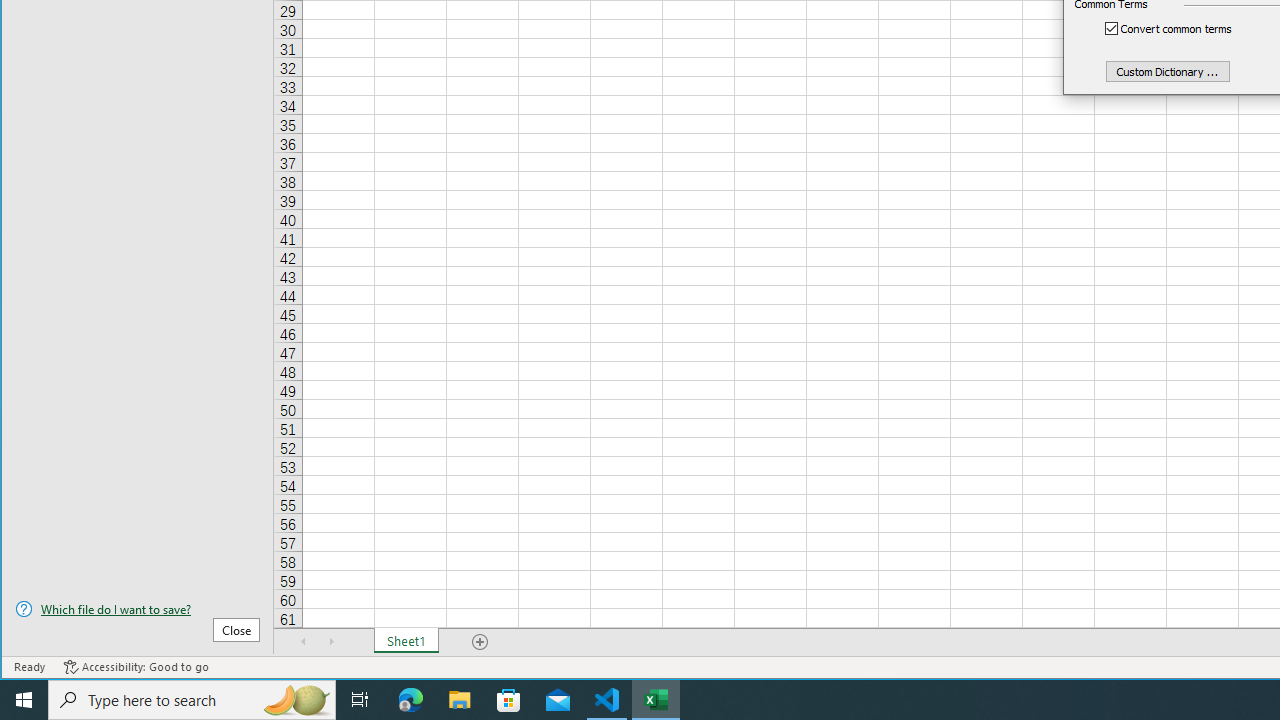  I want to click on 'Microsoft Edge', so click(410, 698).